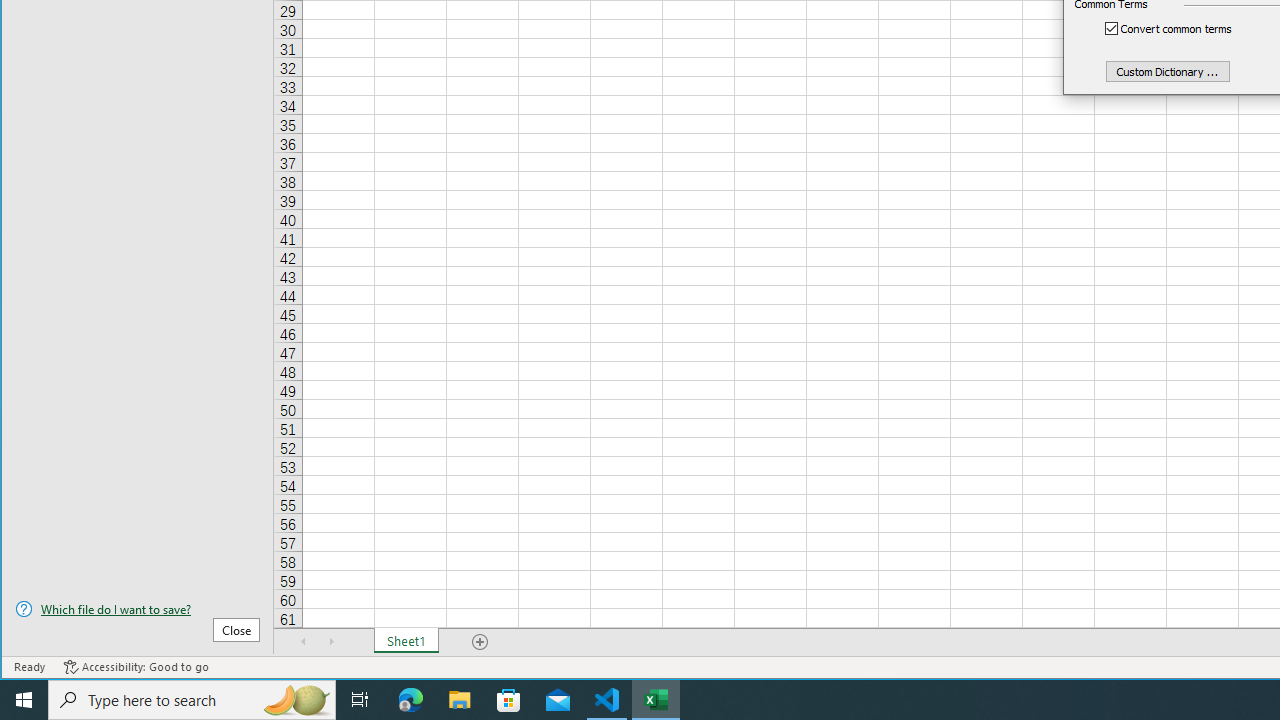  I want to click on 'Microsoft Edge', so click(410, 698).